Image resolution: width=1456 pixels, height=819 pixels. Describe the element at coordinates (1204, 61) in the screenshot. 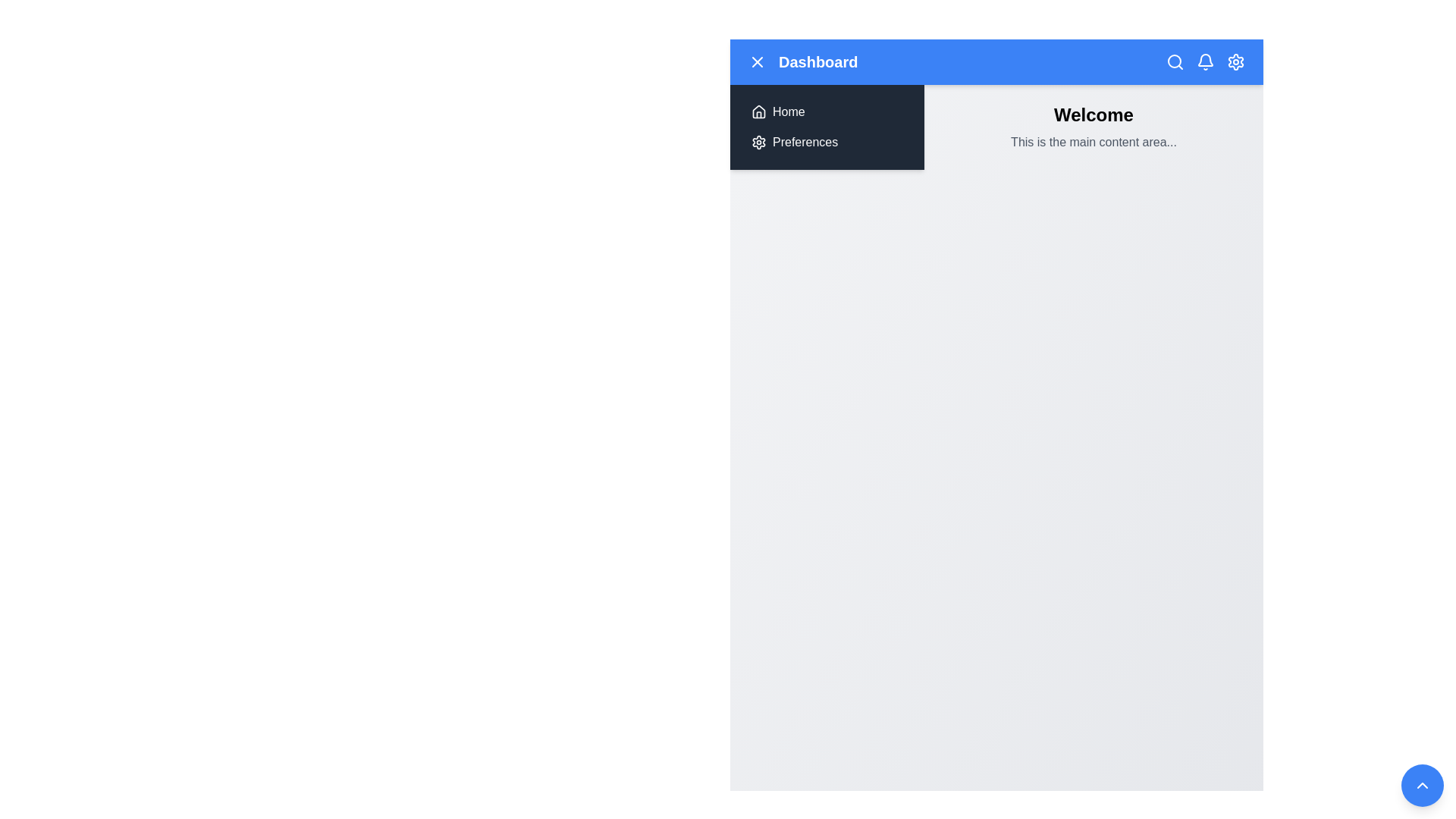

I see `the bell icon, which is the third button on the blue toolbar at the top of the page` at that location.